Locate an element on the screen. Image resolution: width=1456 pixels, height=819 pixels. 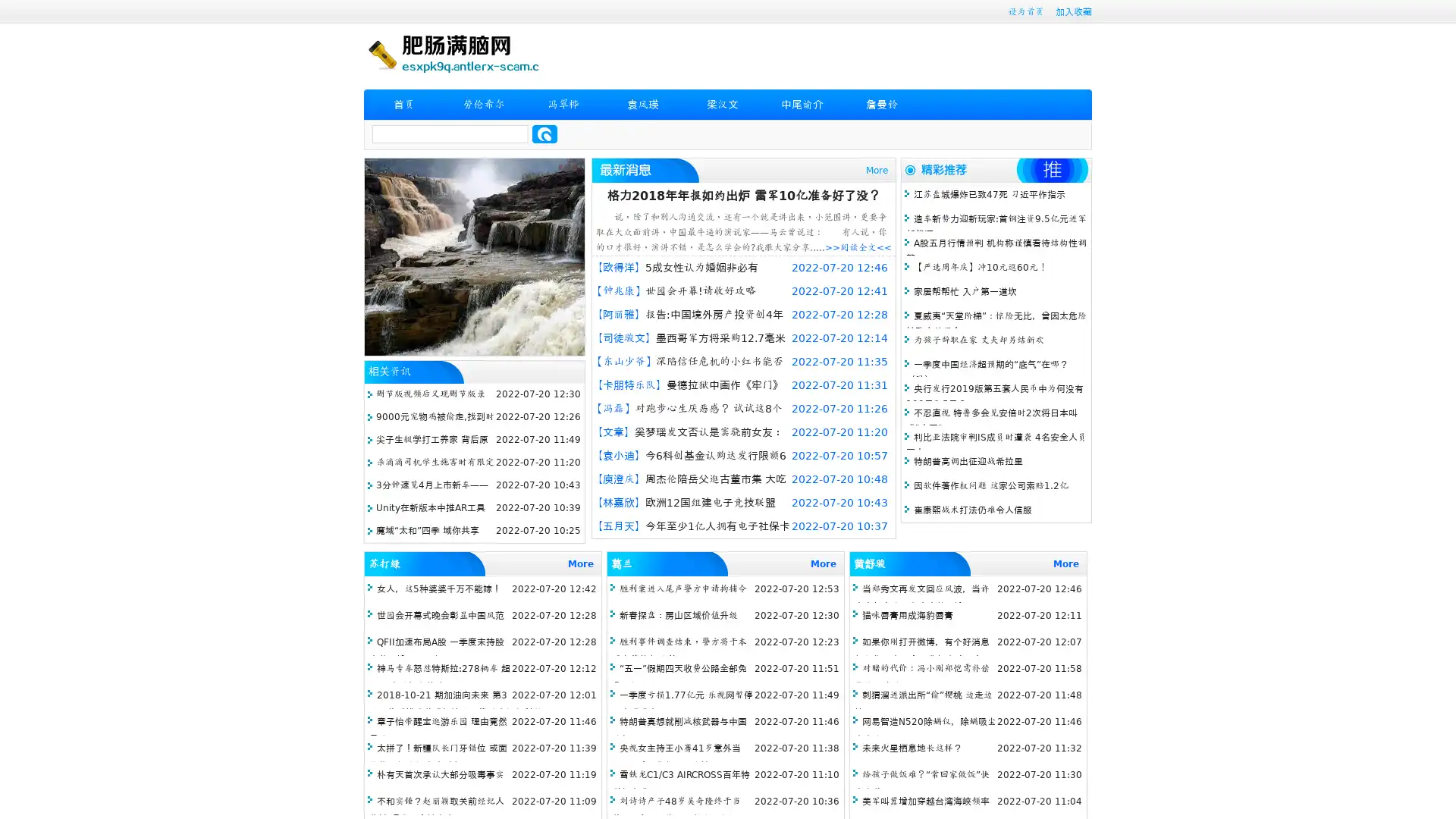
Search is located at coordinates (544, 133).